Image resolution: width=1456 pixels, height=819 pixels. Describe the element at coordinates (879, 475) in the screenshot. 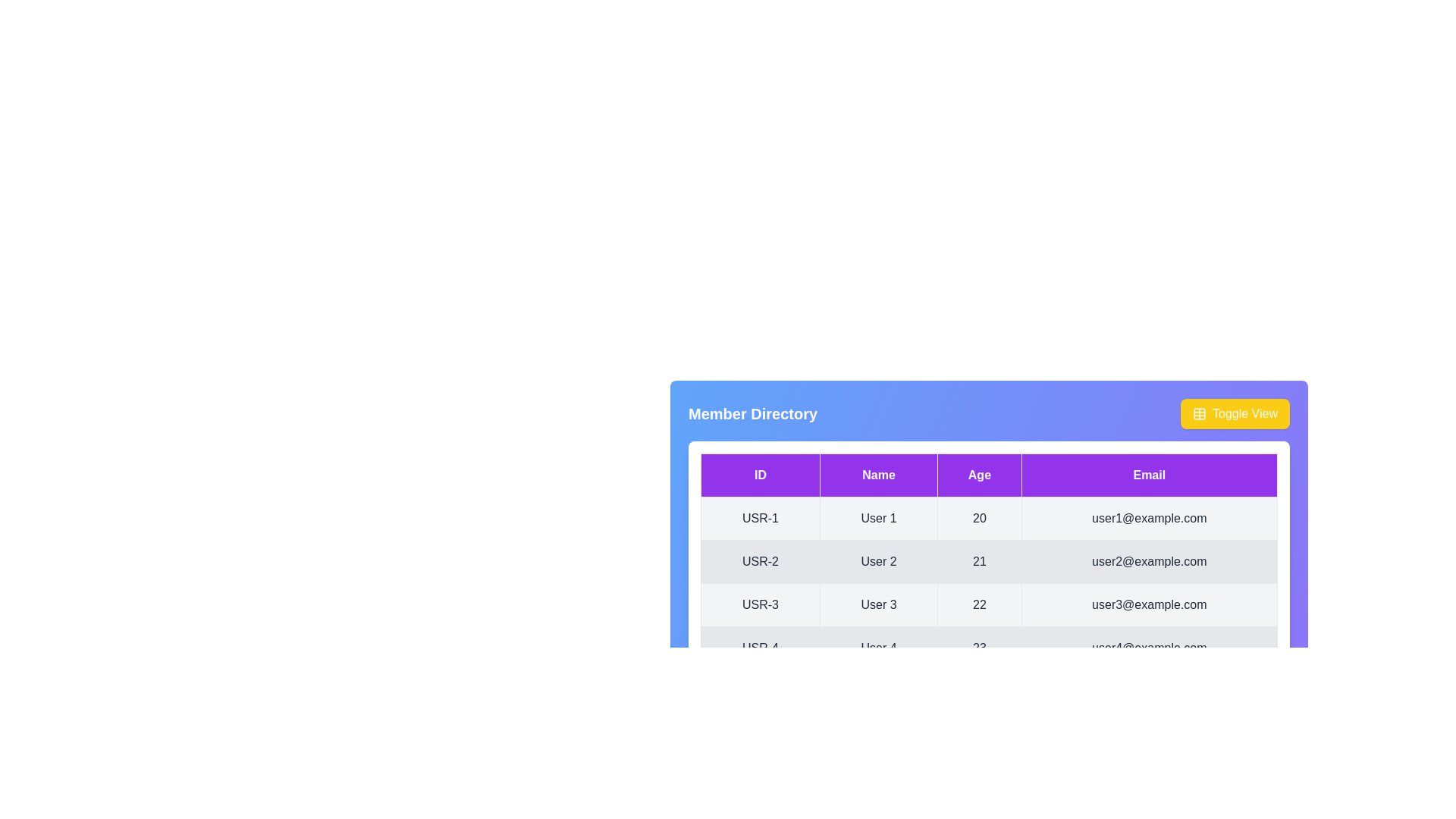

I see `the column header Name to sort the table by that column` at that location.